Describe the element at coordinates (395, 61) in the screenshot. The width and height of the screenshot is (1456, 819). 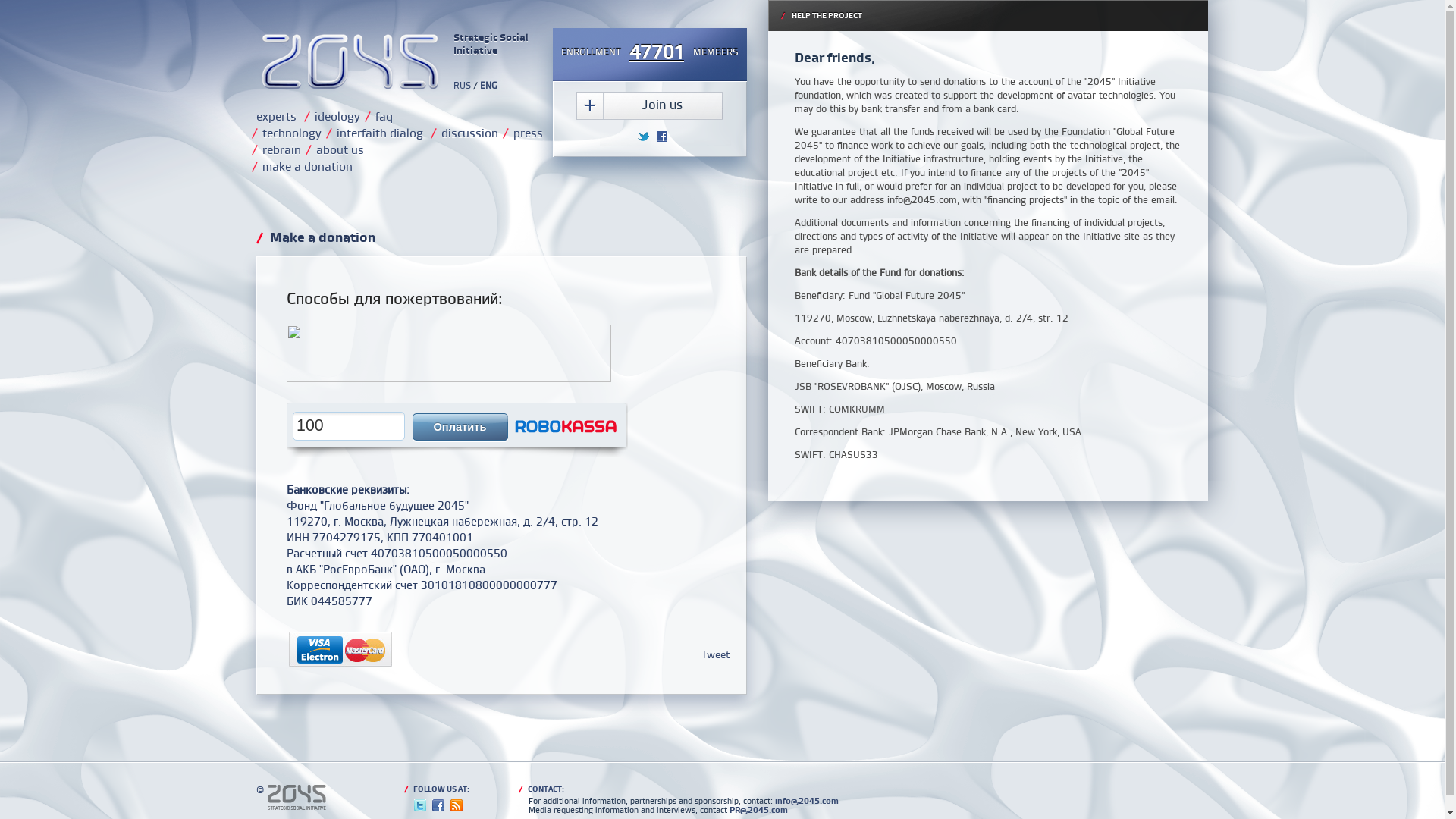
I see `'Strategic Social Initiative'` at that location.